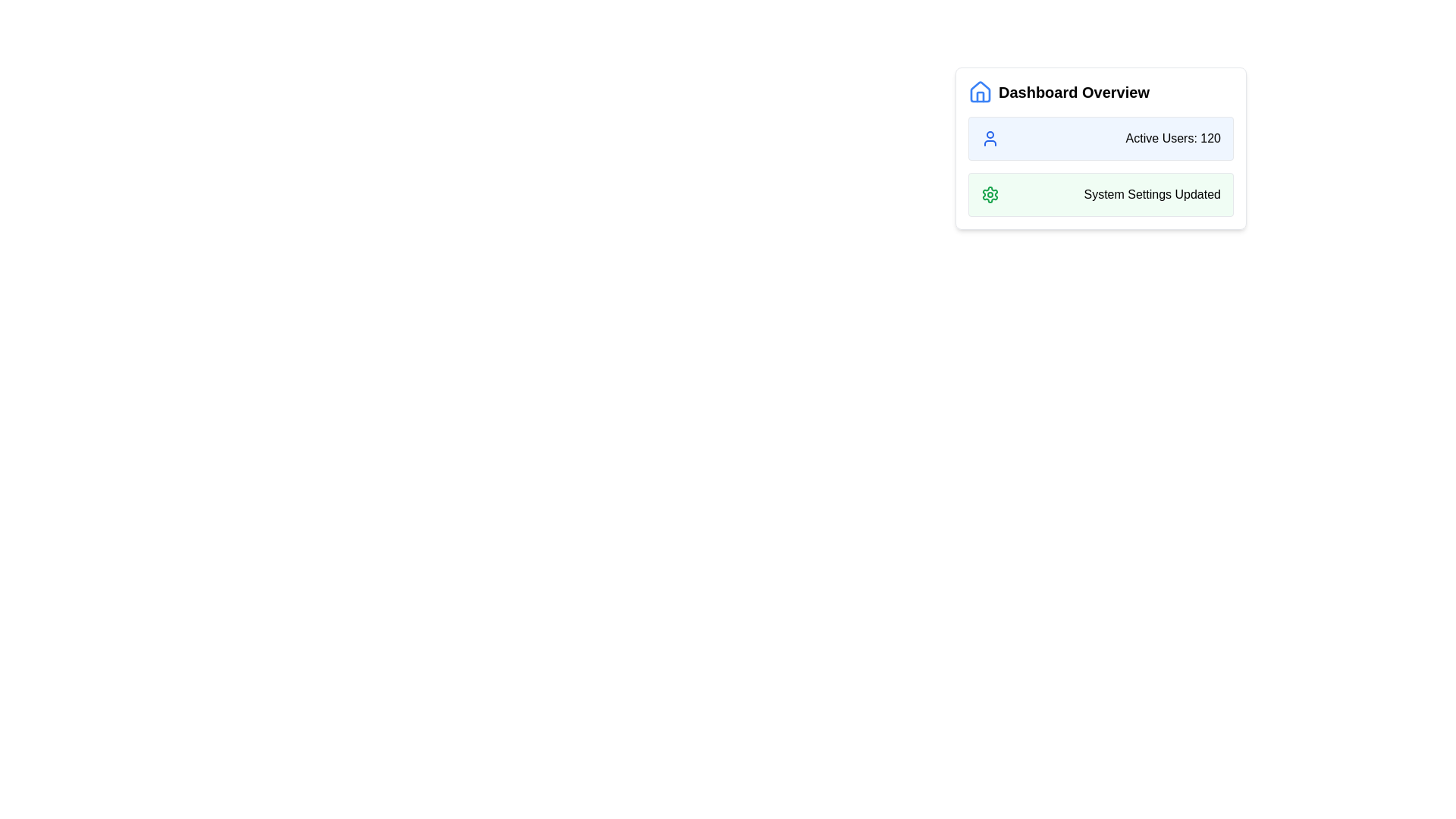  I want to click on the SVG graphical element representing system settings or configuration options located below the blue user icon in the 'Dashboard Overview' card, so click(990, 194).